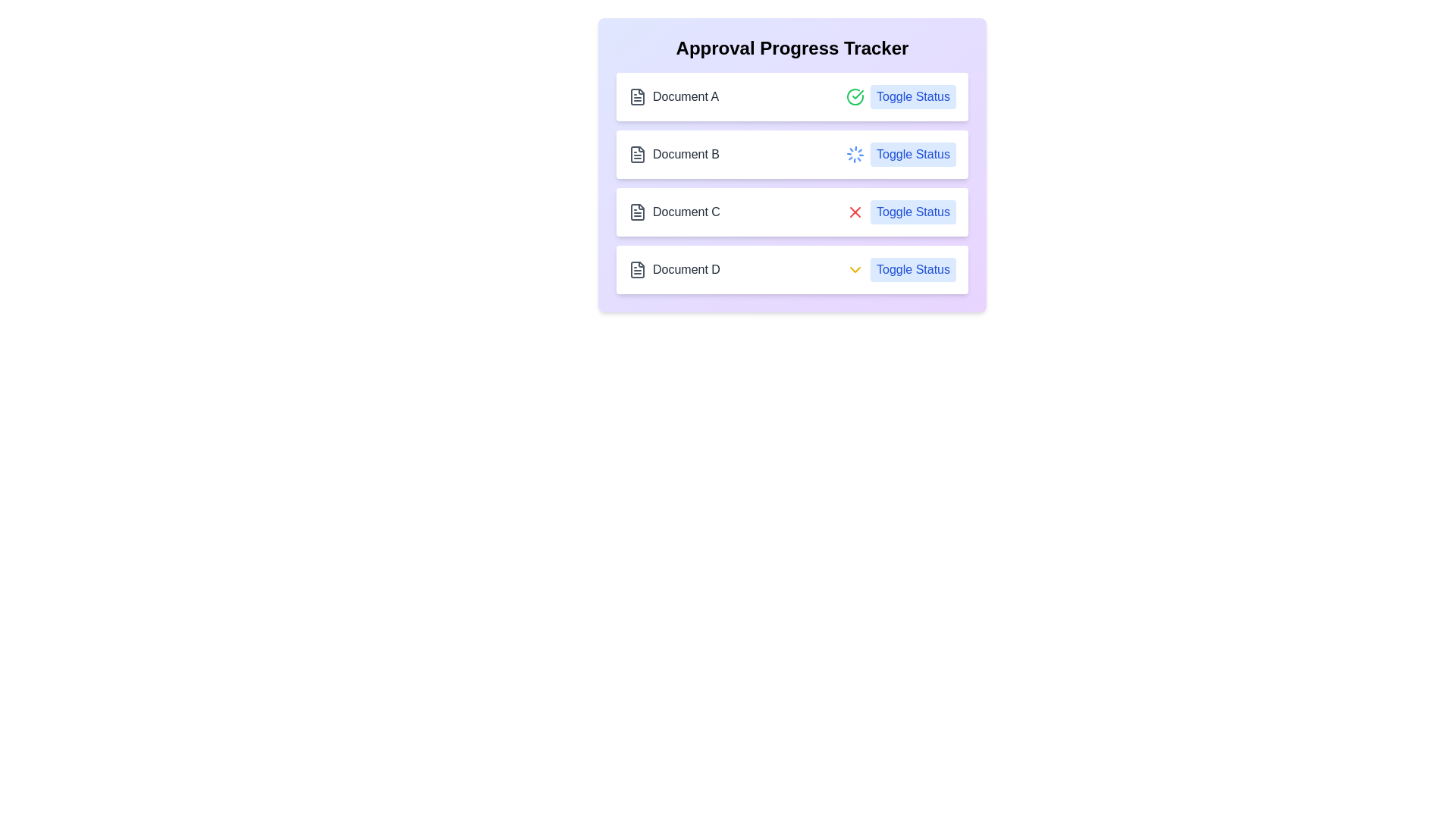 Image resolution: width=1456 pixels, height=819 pixels. I want to click on the 'Toggle Status' button with a blue background and rounded edges, located in the fourth row of the 'Approval Progress Tracker' panel, aligned with 'Document D', so click(901, 268).